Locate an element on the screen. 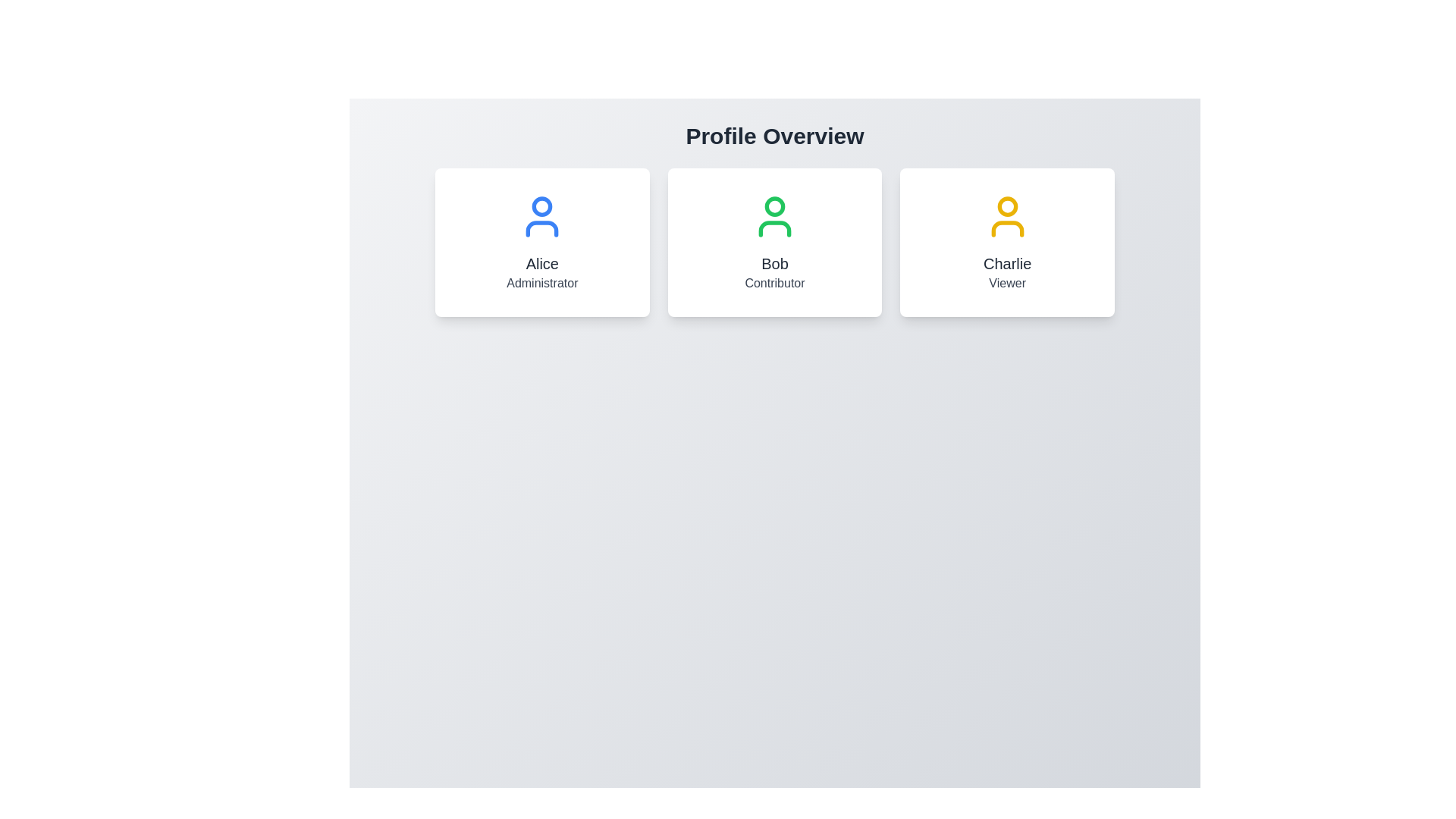 This screenshot has width=1456, height=819. the Profile Card for user Alice, which displays their name and role as 'Administrator'. This card is located is located at coordinates (542, 242).